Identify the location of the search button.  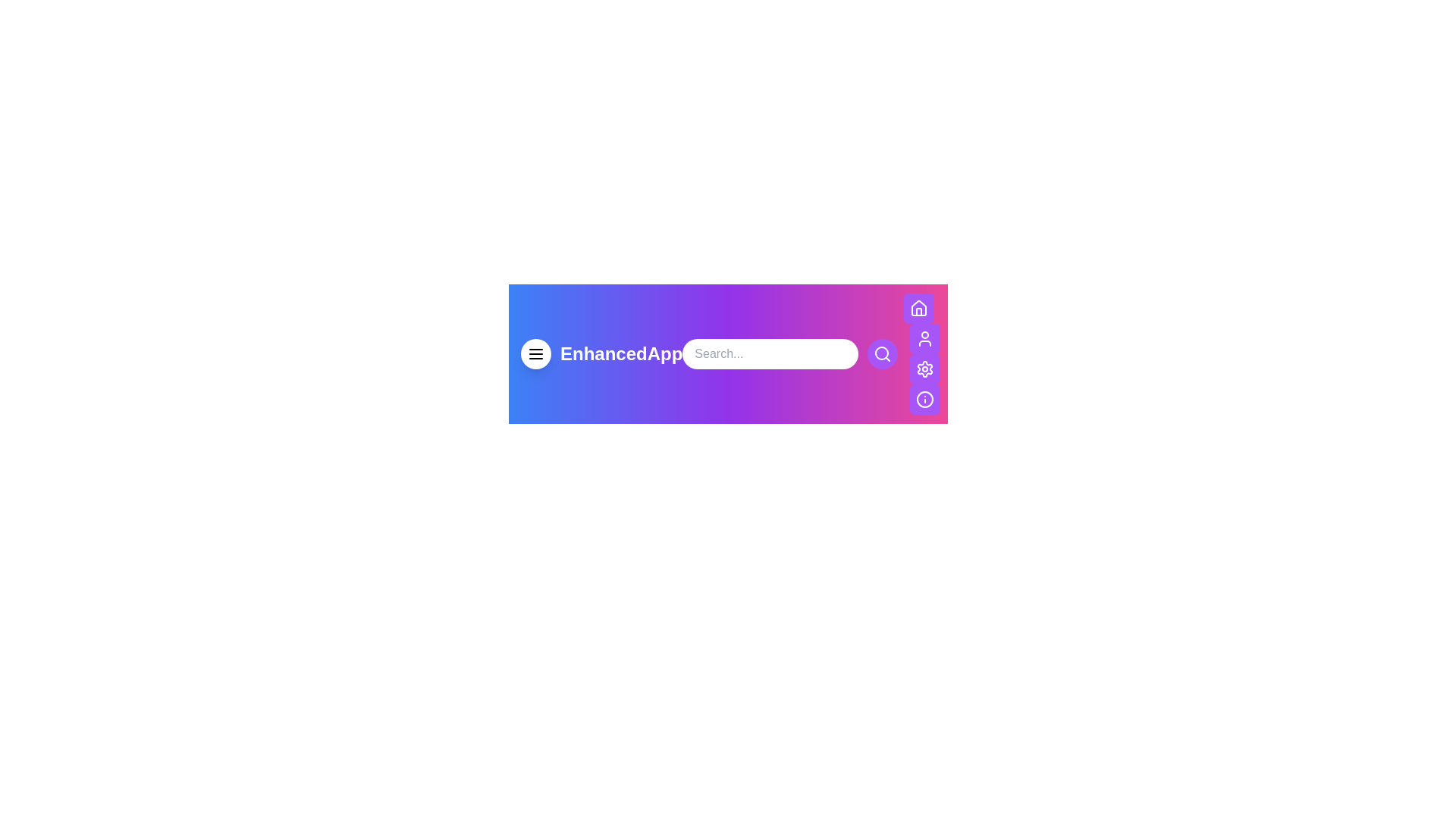
(882, 353).